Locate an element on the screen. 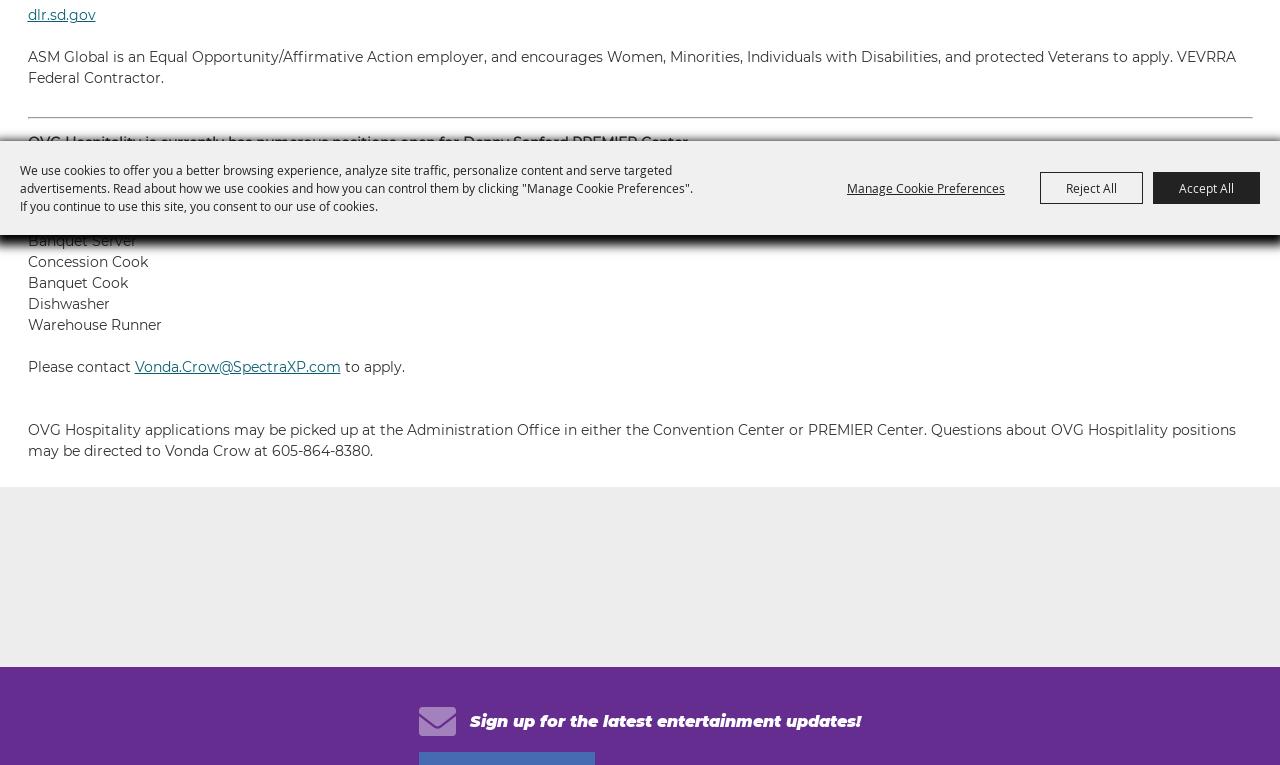 Image resolution: width=1280 pixels, height=765 pixels. 'Concessionaire' is located at coordinates (80, 220).